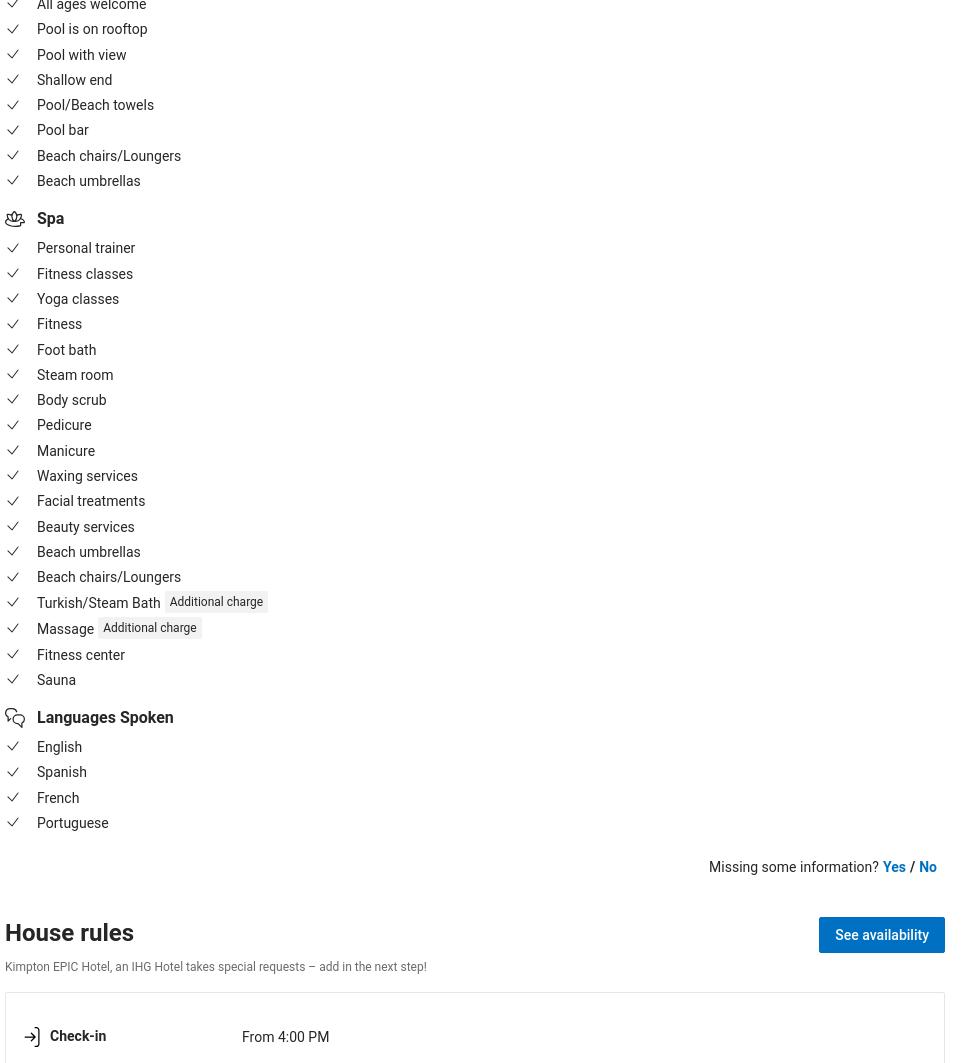 This screenshot has width=961, height=1063. Describe the element at coordinates (285, 1035) in the screenshot. I see `'From 4:00 PM'` at that location.